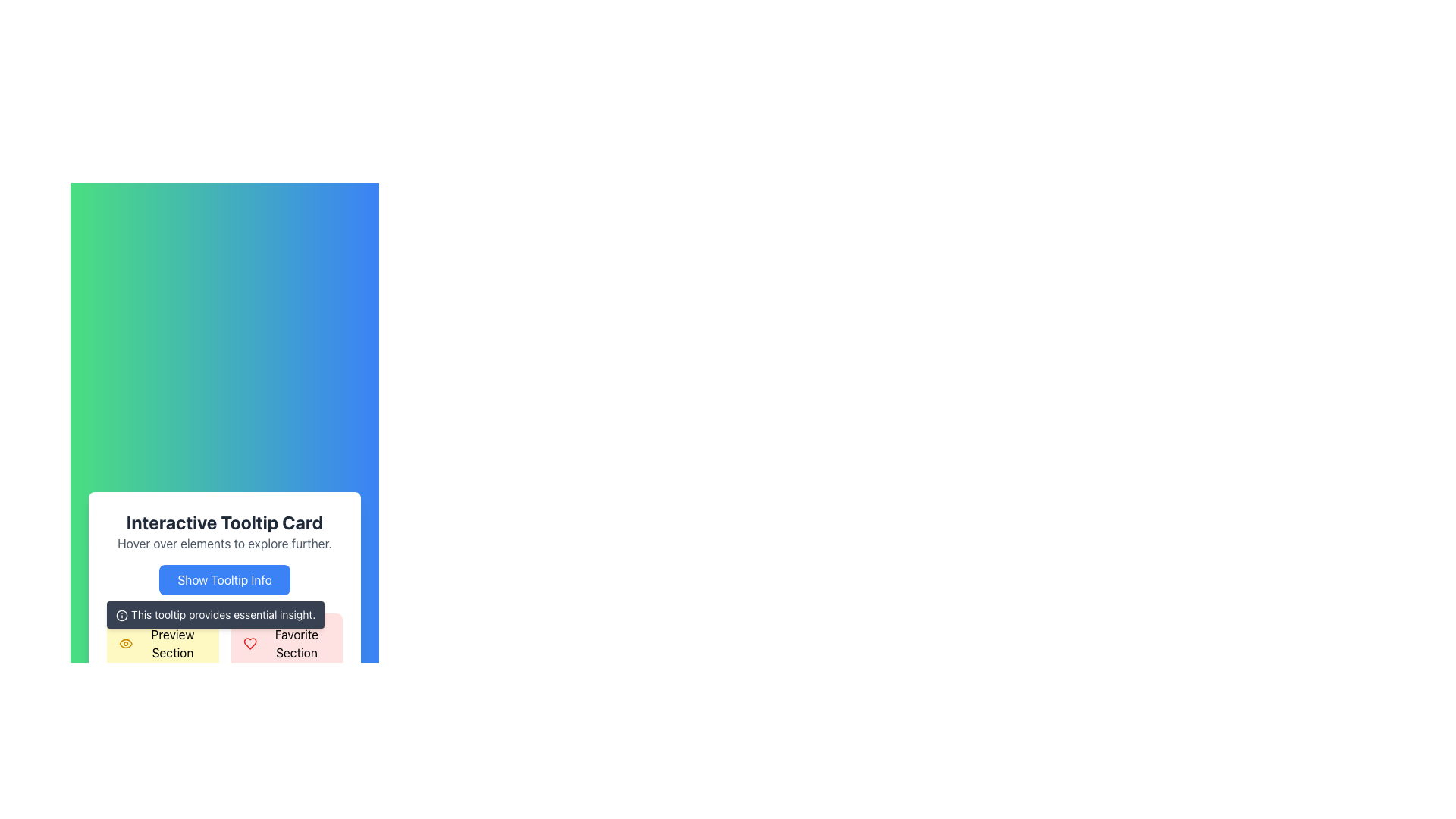 This screenshot has width=1456, height=819. Describe the element at coordinates (126, 643) in the screenshot. I see `the graphical icon component representing an eye symbol, which has a yellowish color and is located near the bottom center of the application interface` at that location.